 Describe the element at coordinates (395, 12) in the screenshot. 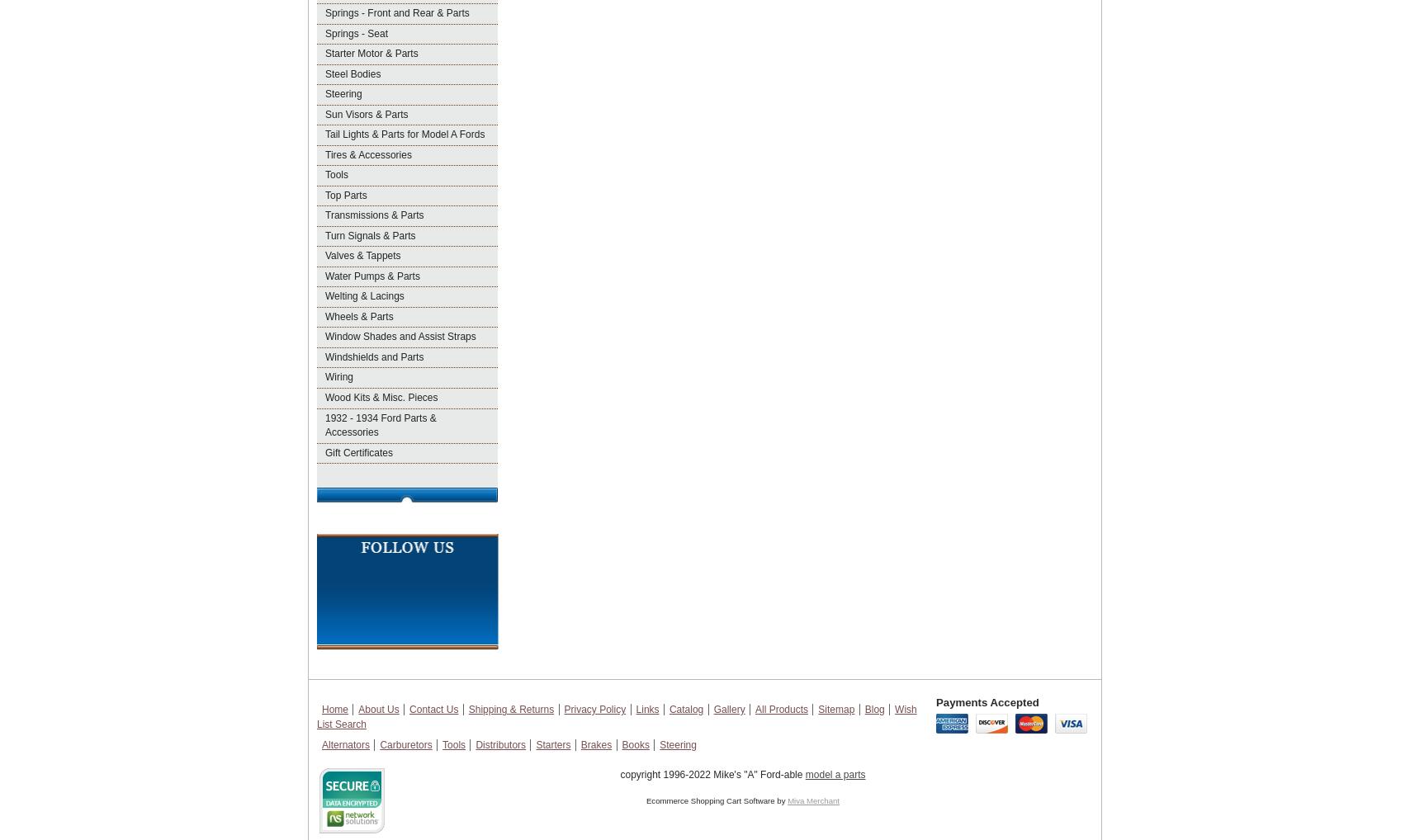

I see `'Springs - Front and Rear & Parts'` at that location.